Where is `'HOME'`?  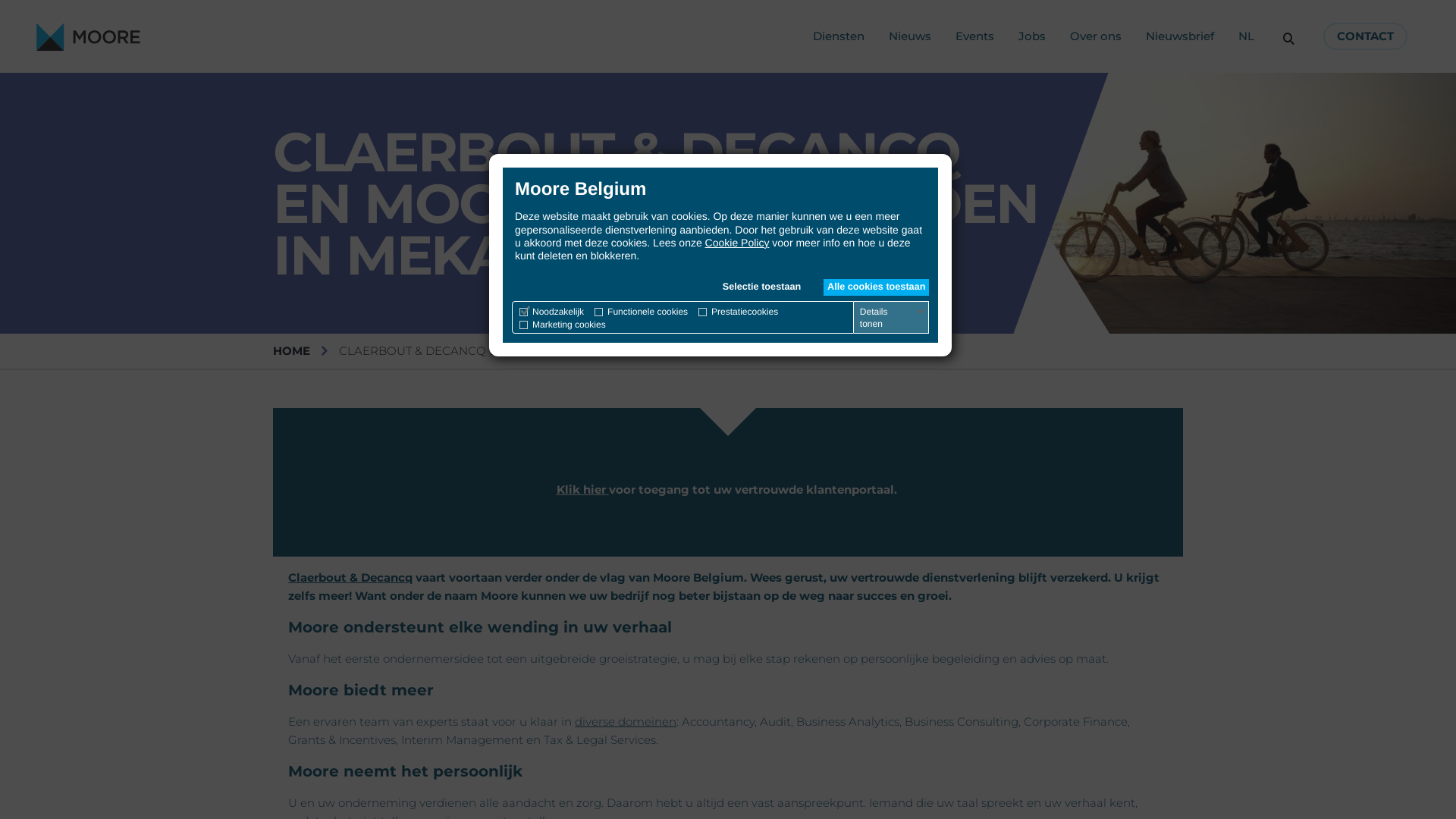
'HOME' is located at coordinates (291, 350).